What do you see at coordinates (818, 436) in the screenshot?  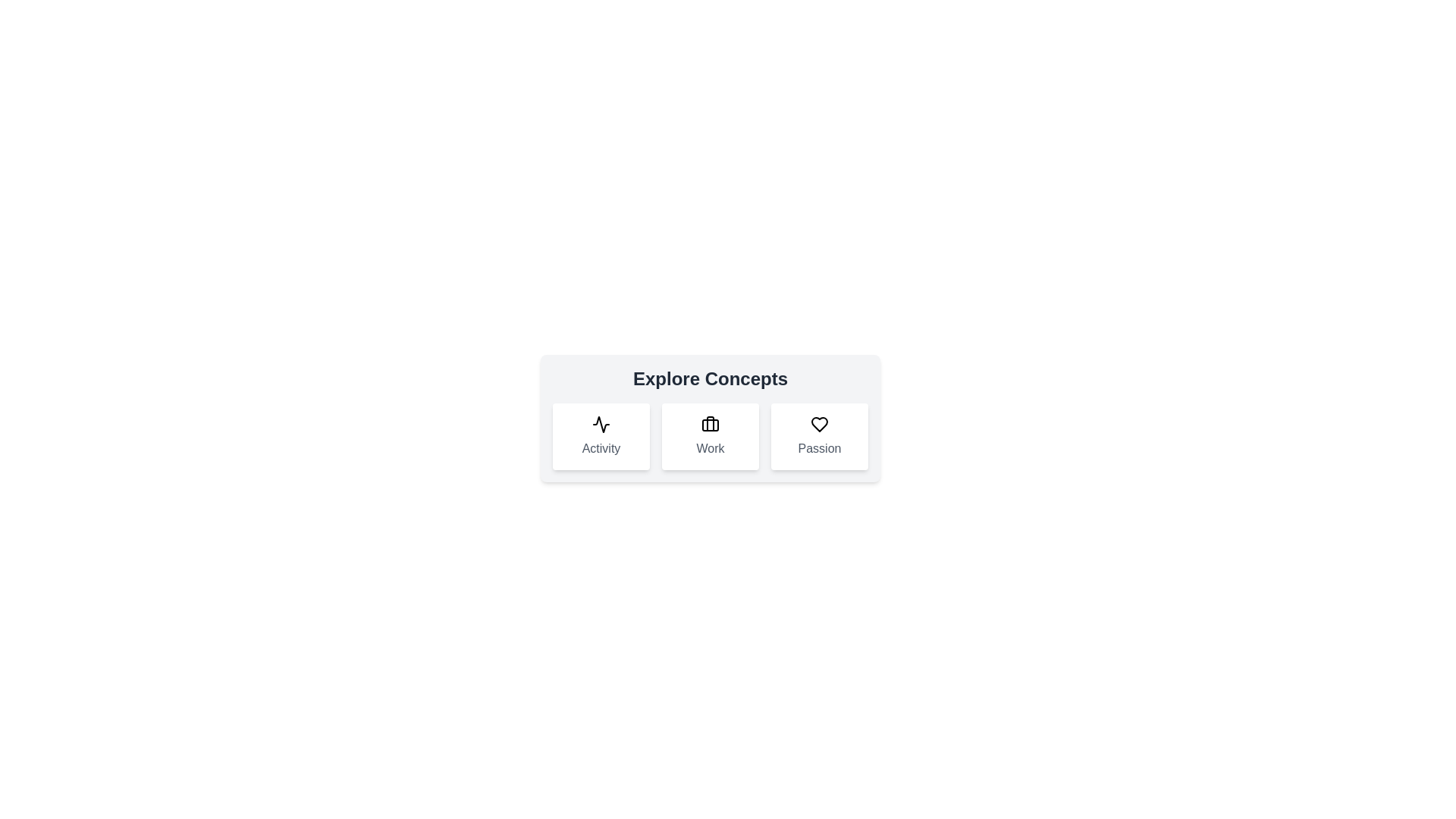 I see `the heart icon above the 'Passion' text within the card located to the right of the 'Activity' and 'Work' cards, which is centered below the 'Explore Concepts' header` at bounding box center [818, 436].